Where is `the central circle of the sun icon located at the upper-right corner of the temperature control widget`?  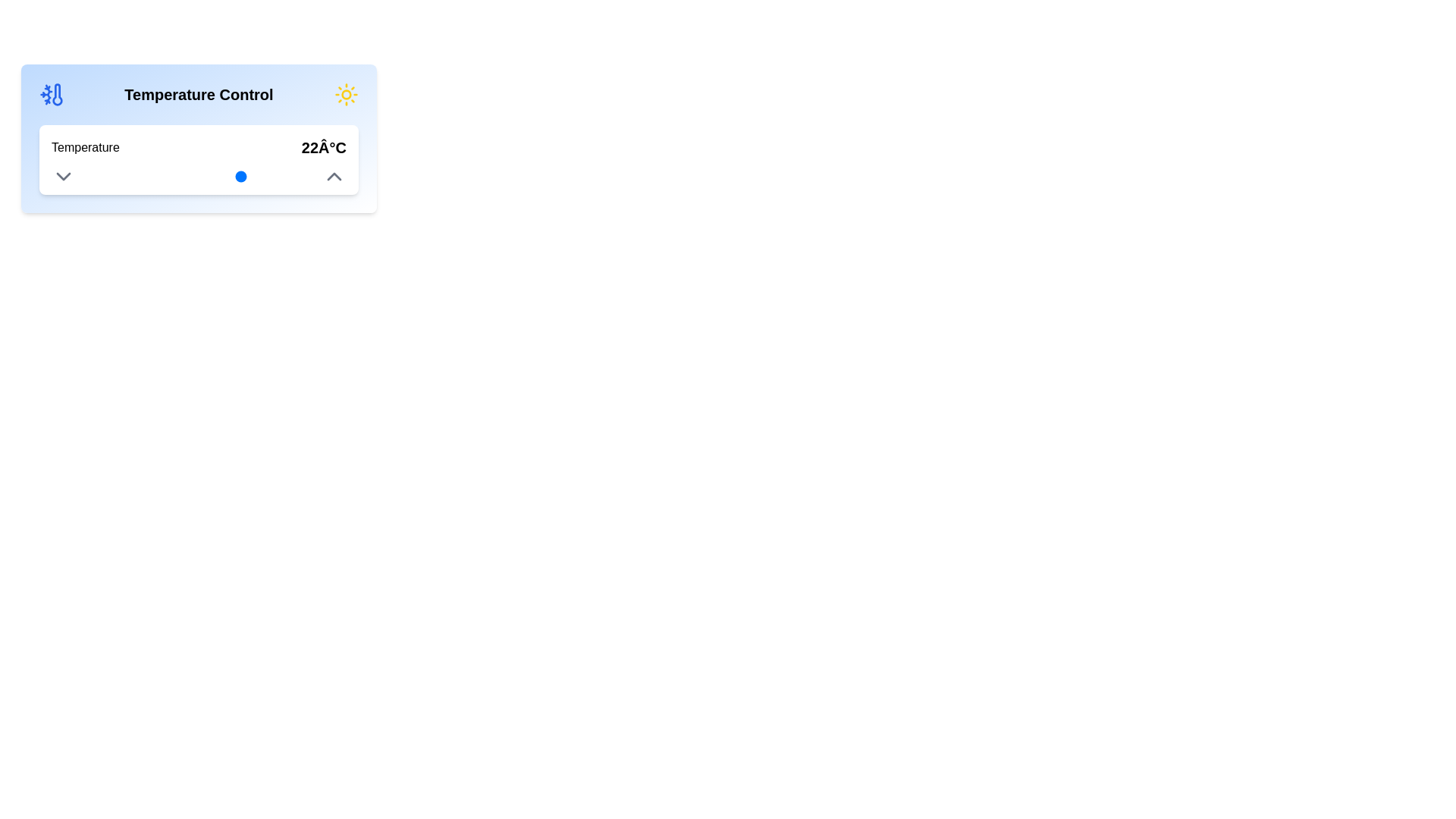
the central circle of the sun icon located at the upper-right corner of the temperature control widget is located at coordinates (345, 94).